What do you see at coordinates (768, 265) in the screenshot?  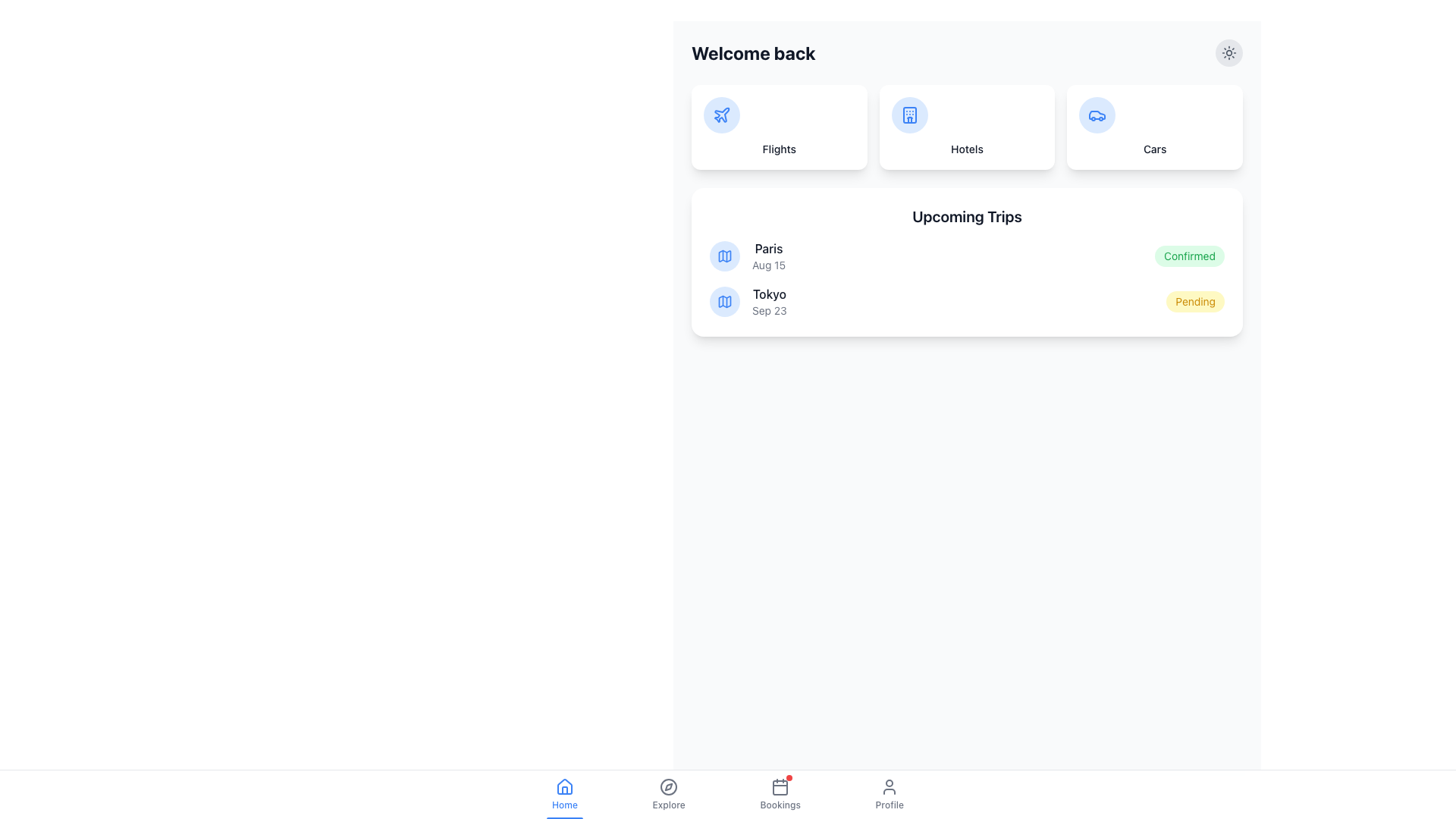 I see `the static text label displaying 'Aug 15', which is styled in gray and located below the text 'Paris' within the list item of the 'Upcoming Trips' card` at bounding box center [768, 265].